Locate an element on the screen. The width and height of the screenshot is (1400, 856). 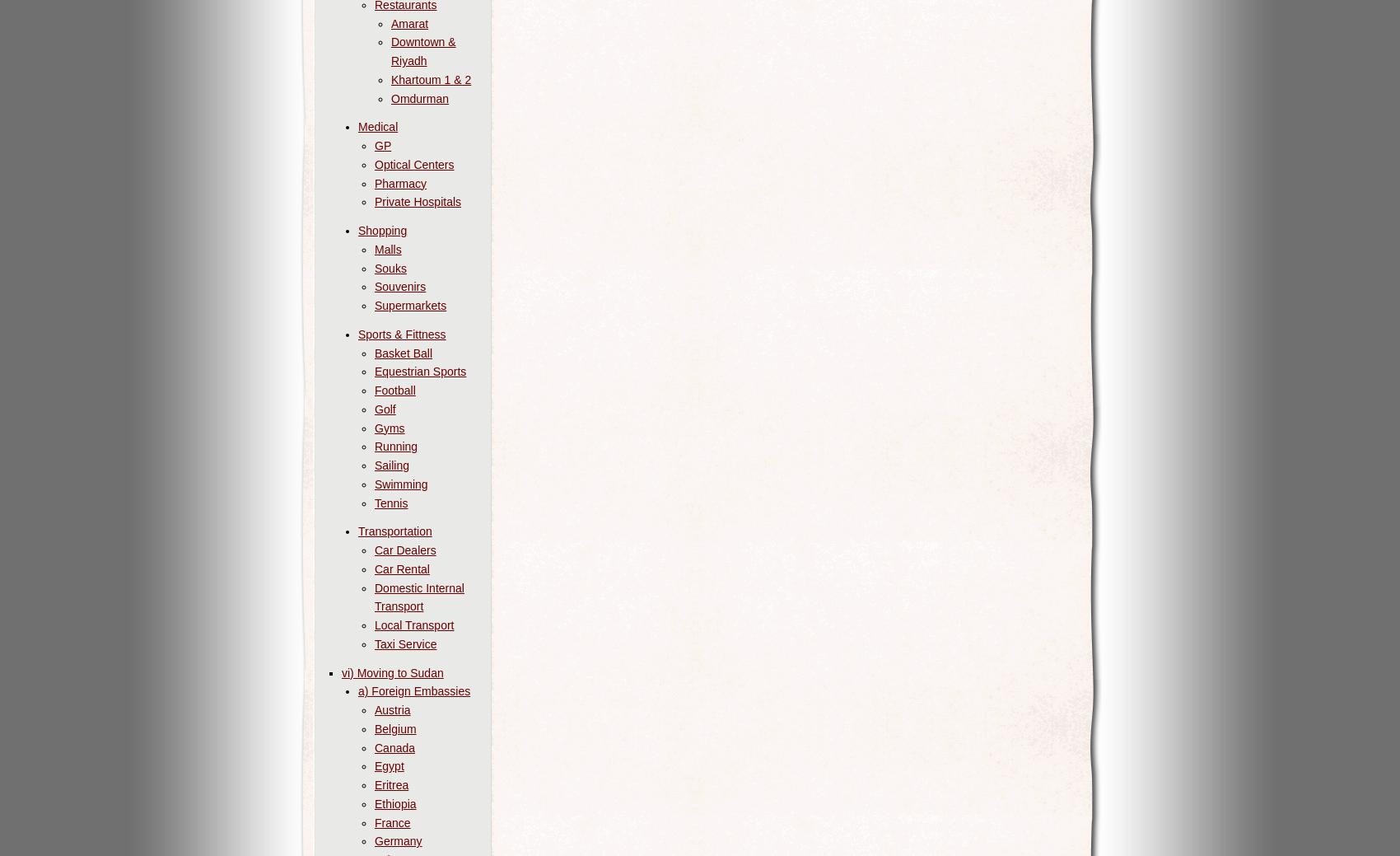
'Local Transport' is located at coordinates (414, 624).